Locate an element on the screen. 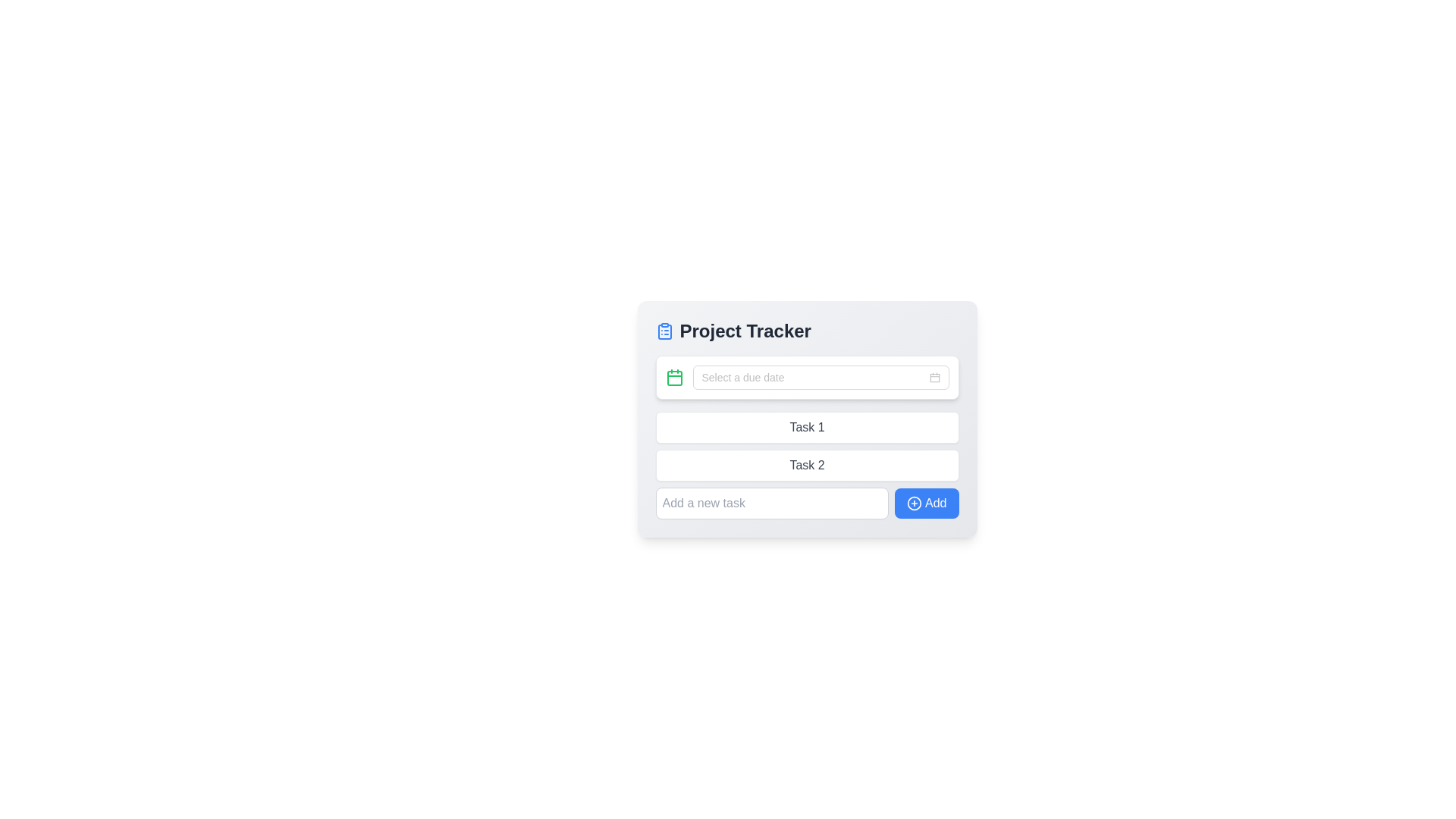 The width and height of the screenshot is (1456, 819). the date picker icon located at the far left of the input field for selecting a date in the Project Tracker card interface is located at coordinates (673, 376).